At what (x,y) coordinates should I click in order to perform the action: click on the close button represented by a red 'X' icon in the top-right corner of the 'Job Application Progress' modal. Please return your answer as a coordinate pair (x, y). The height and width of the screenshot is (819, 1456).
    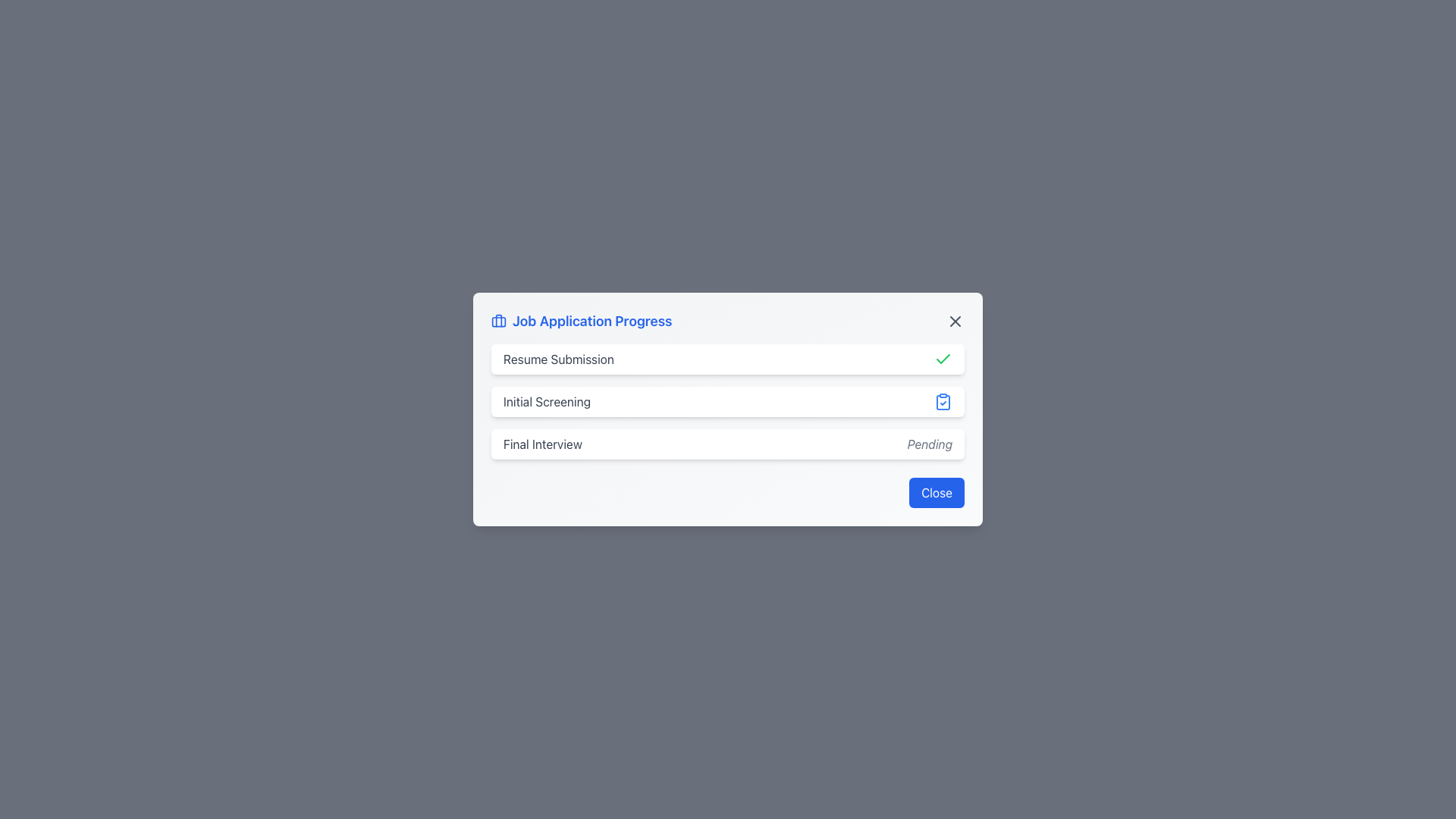
    Looking at the image, I should click on (954, 321).